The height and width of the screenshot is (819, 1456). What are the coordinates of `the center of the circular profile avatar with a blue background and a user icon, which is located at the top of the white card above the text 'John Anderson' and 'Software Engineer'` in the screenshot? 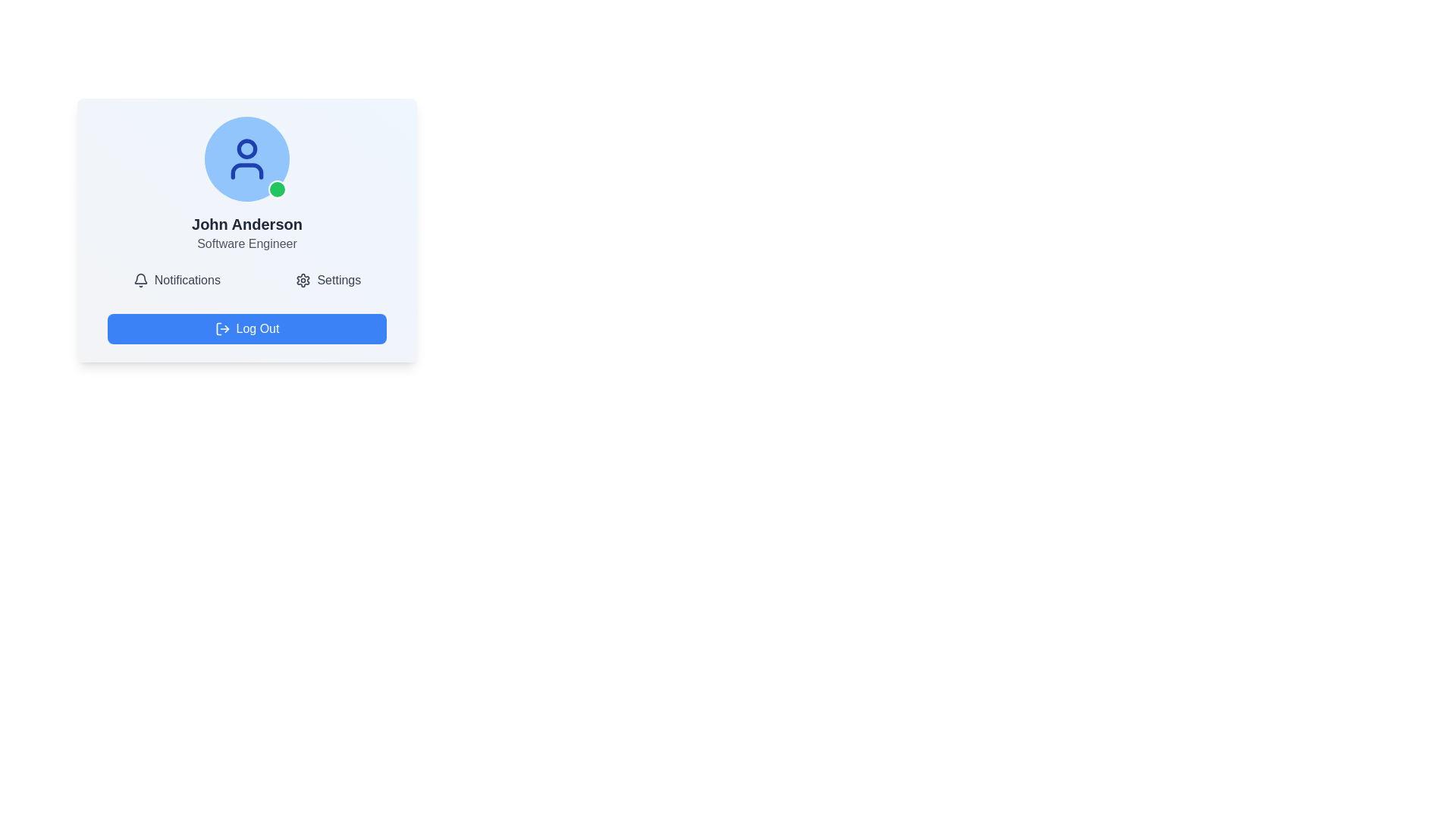 It's located at (247, 158).